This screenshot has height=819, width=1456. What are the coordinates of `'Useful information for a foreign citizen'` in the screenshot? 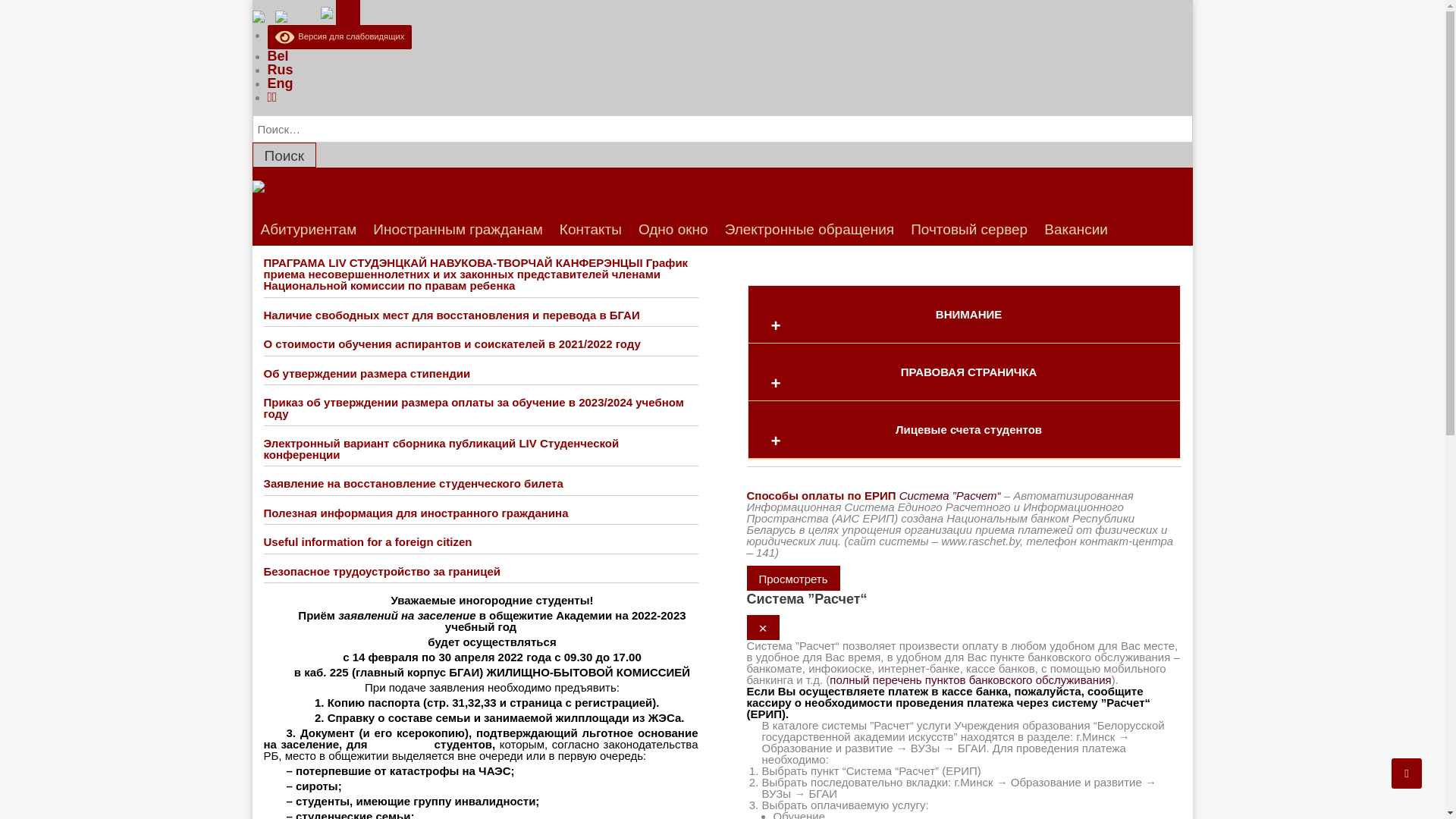 It's located at (368, 541).